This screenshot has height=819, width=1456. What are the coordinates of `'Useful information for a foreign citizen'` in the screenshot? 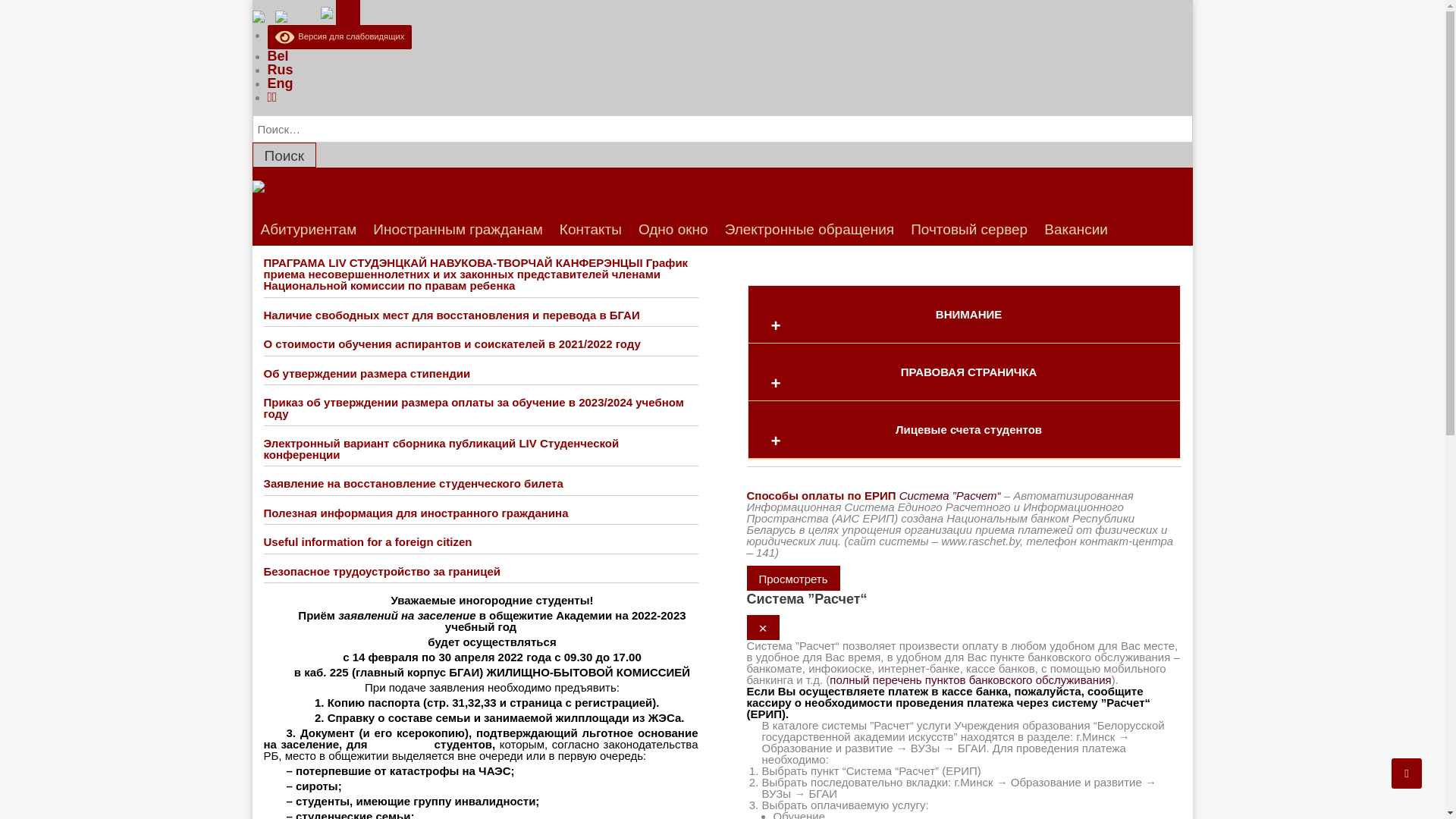 It's located at (368, 541).